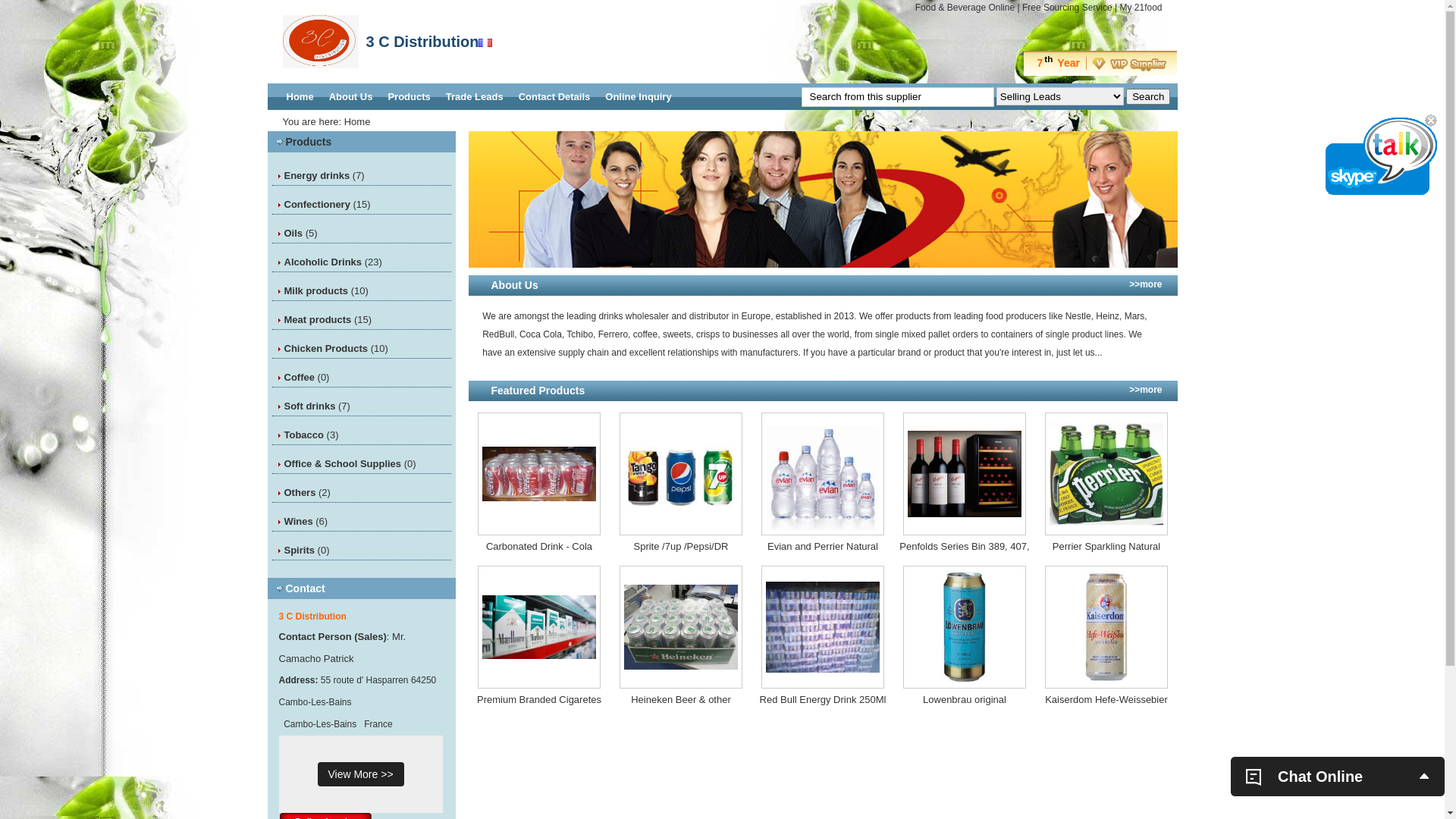 This screenshot has width=1456, height=819. I want to click on 'Products', so click(307, 141).